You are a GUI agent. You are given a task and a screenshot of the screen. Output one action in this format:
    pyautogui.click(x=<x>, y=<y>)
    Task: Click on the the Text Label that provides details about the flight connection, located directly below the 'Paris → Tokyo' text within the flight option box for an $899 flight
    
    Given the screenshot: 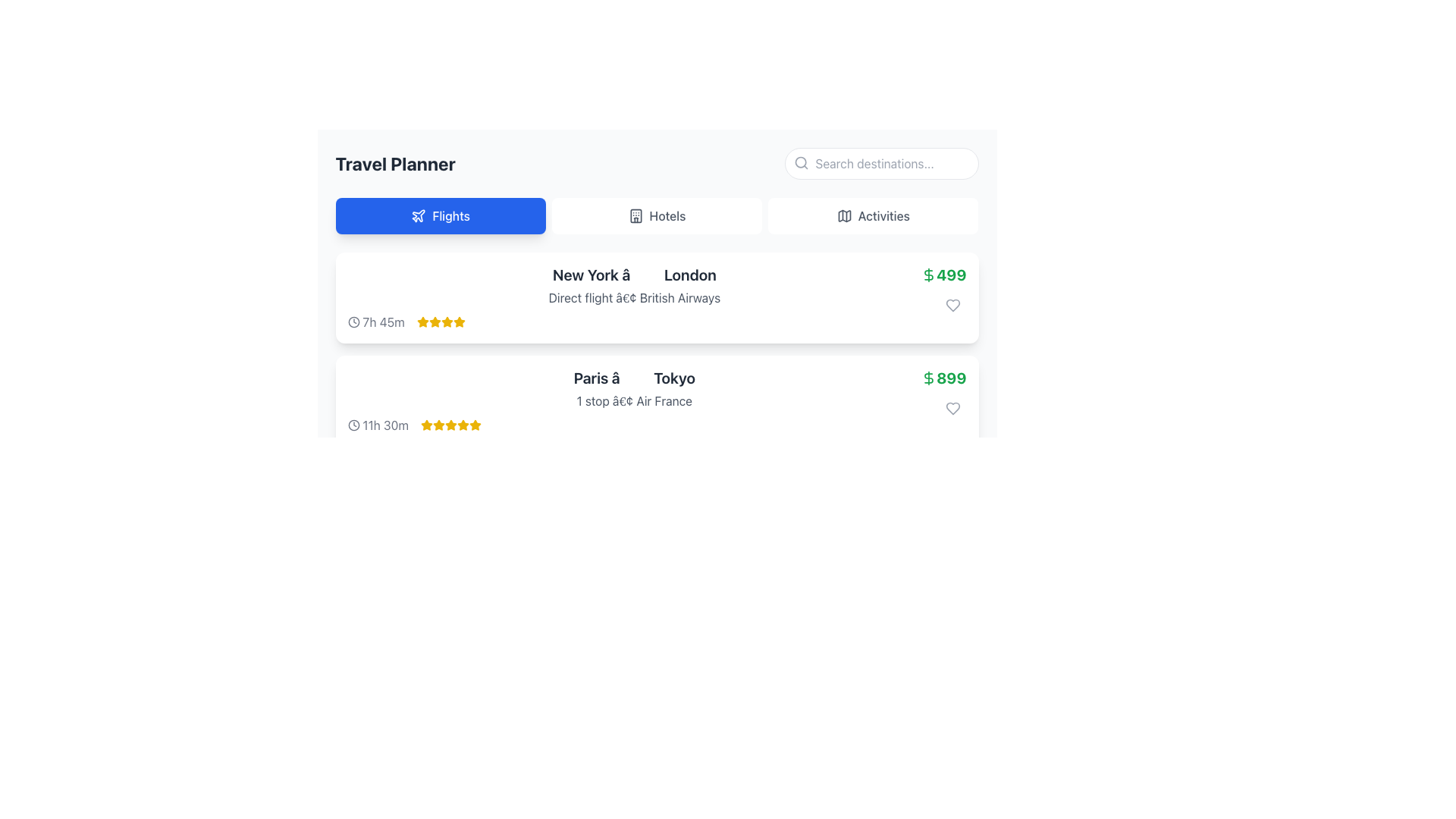 What is the action you would take?
    pyautogui.click(x=634, y=400)
    